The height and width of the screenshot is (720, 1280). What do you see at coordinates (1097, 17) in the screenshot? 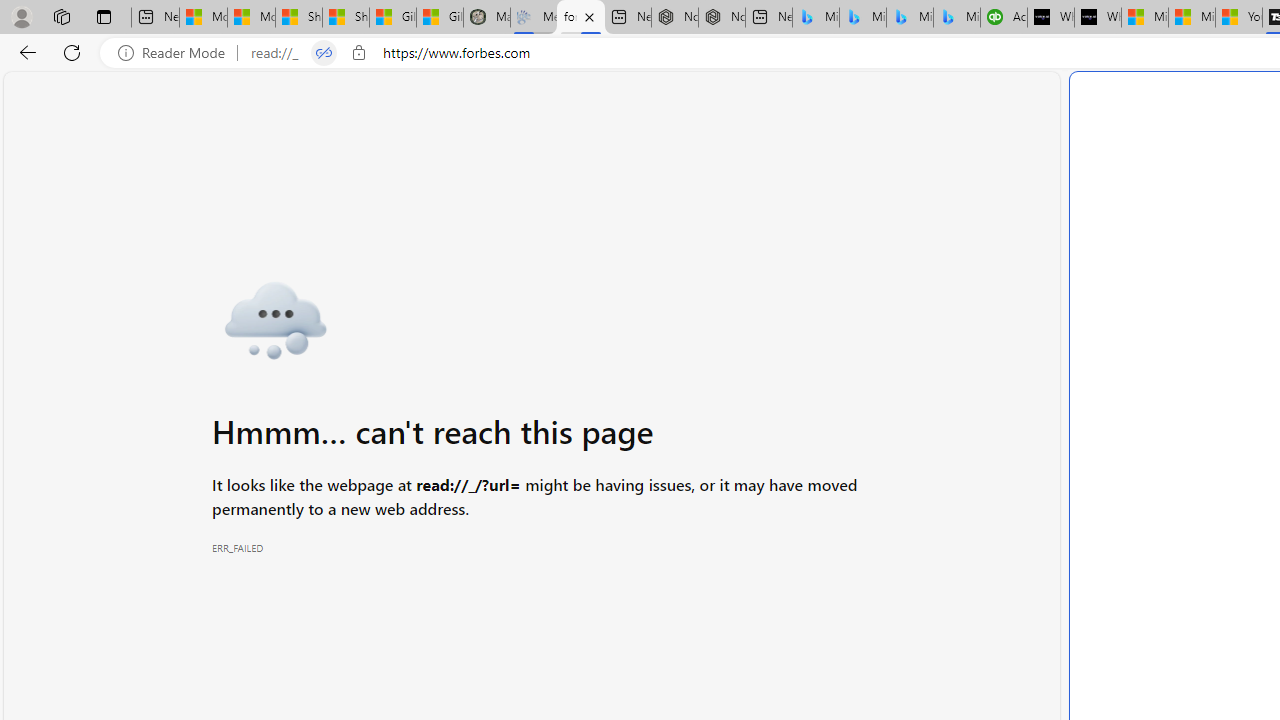
I see `'What'` at bounding box center [1097, 17].